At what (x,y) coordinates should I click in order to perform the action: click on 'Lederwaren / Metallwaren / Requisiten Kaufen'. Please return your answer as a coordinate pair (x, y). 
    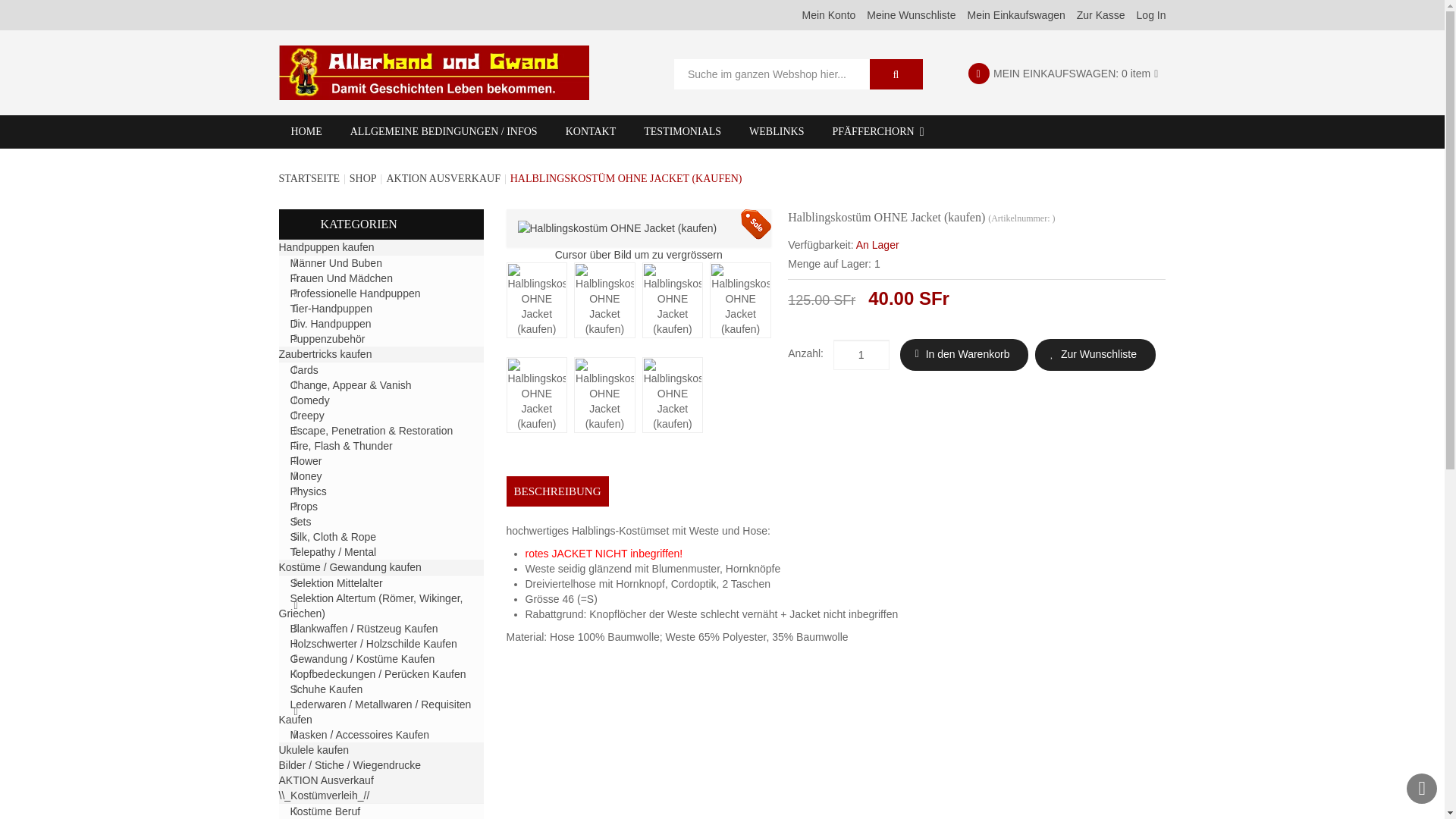
    Looking at the image, I should click on (375, 711).